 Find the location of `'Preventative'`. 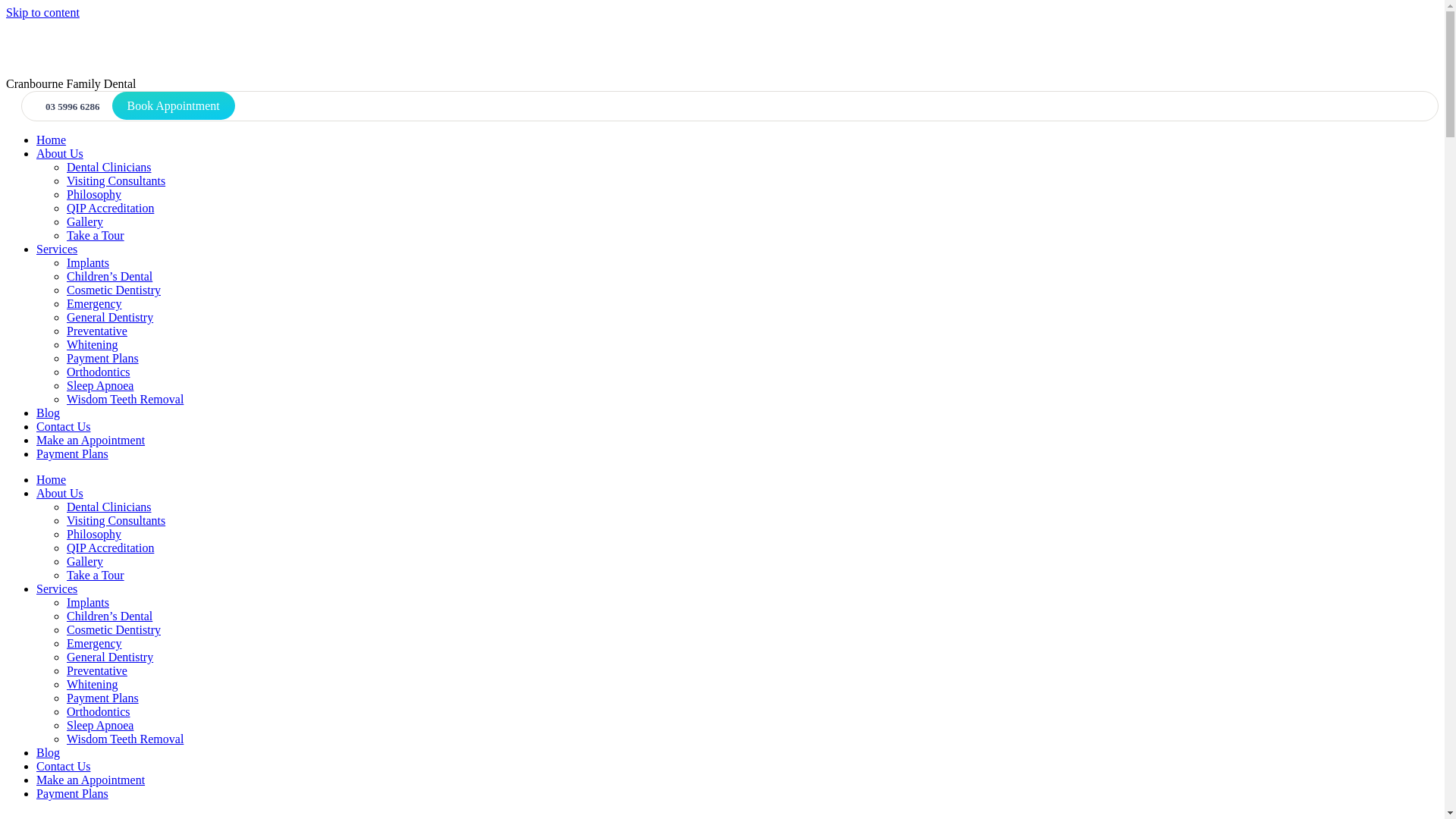

'Preventative' is located at coordinates (96, 670).